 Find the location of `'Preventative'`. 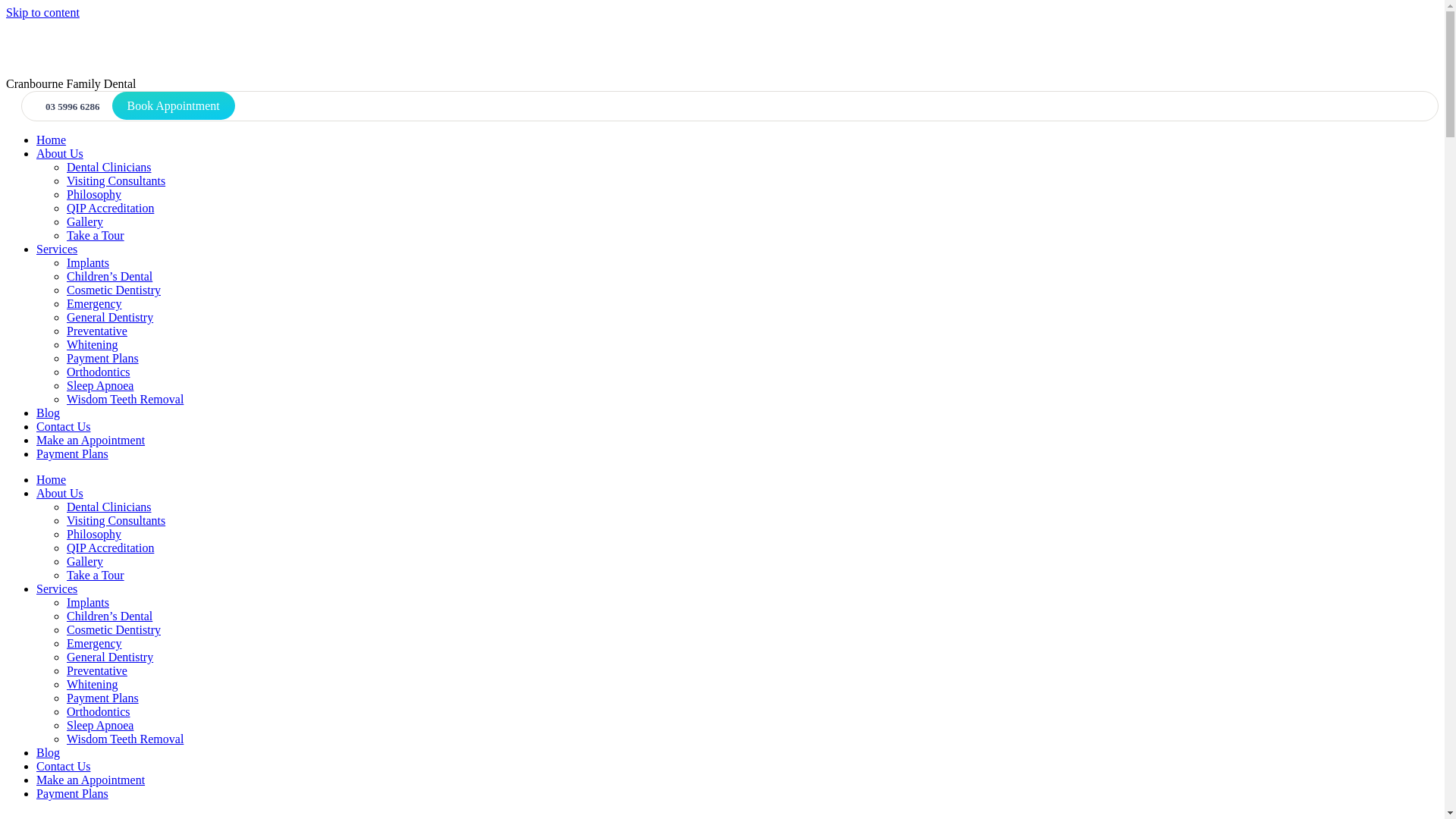

'Preventative' is located at coordinates (96, 670).